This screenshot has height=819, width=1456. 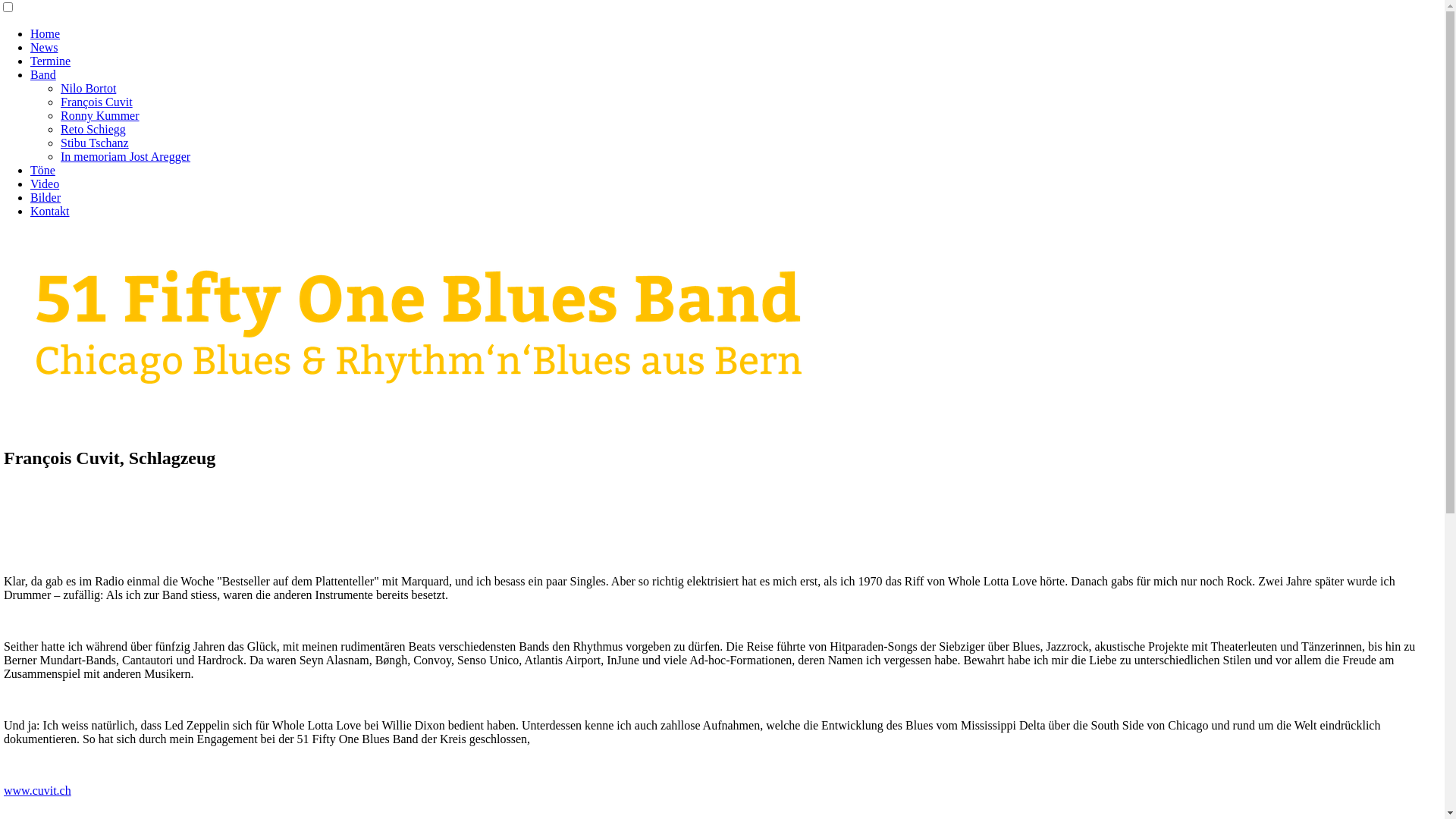 I want to click on 'In memoriam Jost Aregger', so click(x=125, y=156).